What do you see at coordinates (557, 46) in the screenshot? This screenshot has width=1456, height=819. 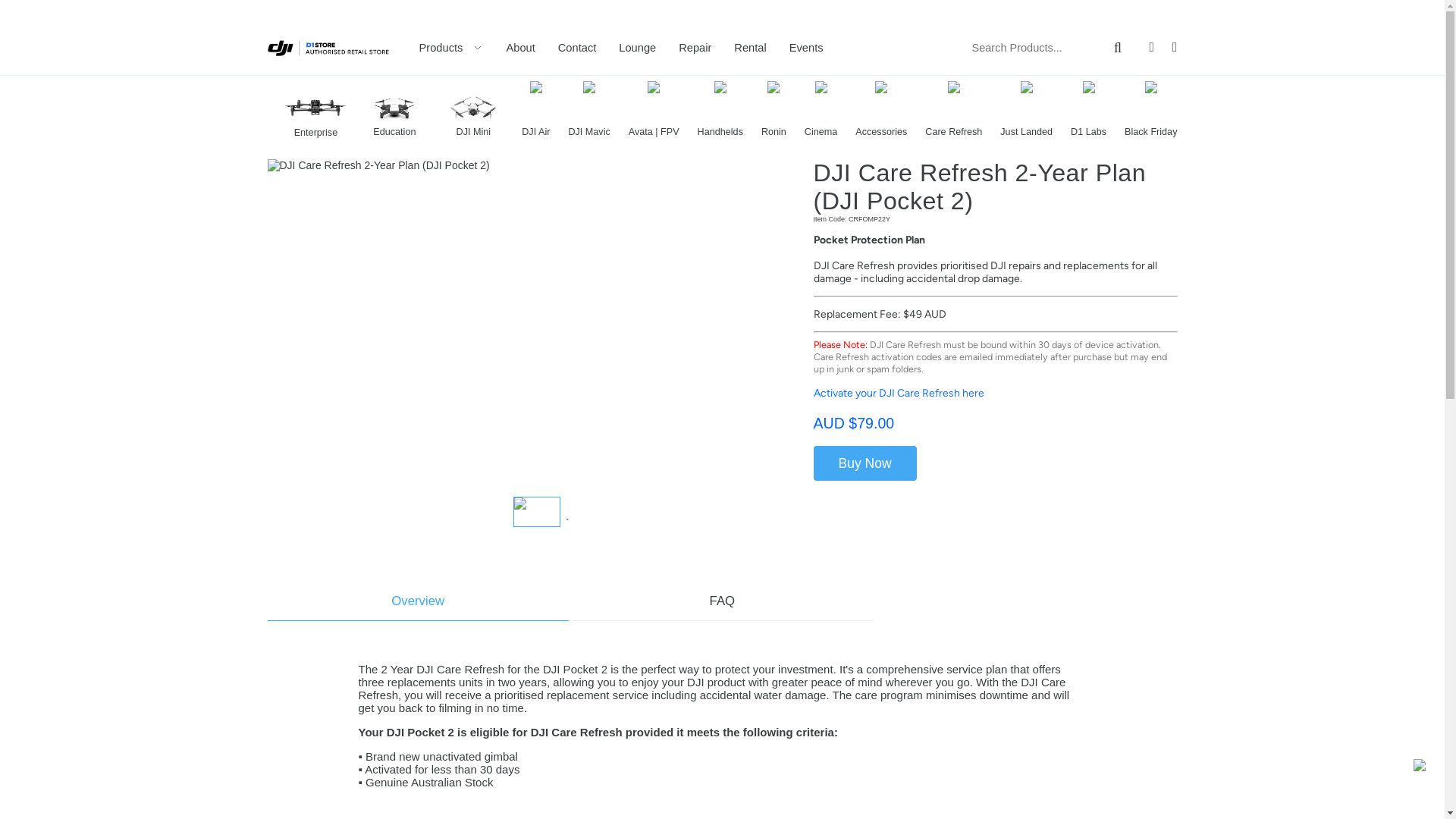 I see `'Contact'` at bounding box center [557, 46].